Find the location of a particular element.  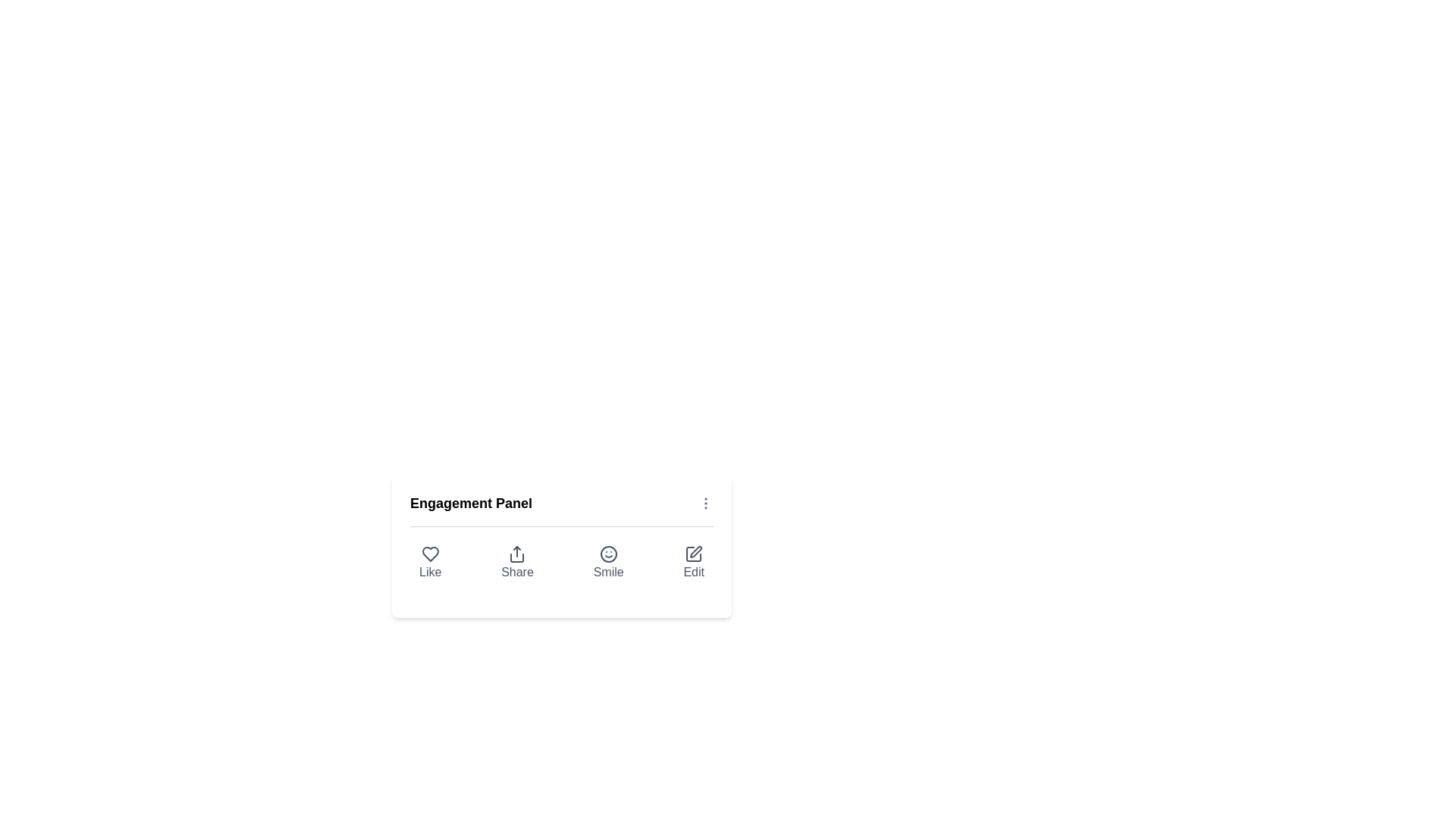

the SVG circle that is part of the smiley face icon, which is the third option in the toolbar located below the Engagement Panel heading is located at coordinates (608, 554).